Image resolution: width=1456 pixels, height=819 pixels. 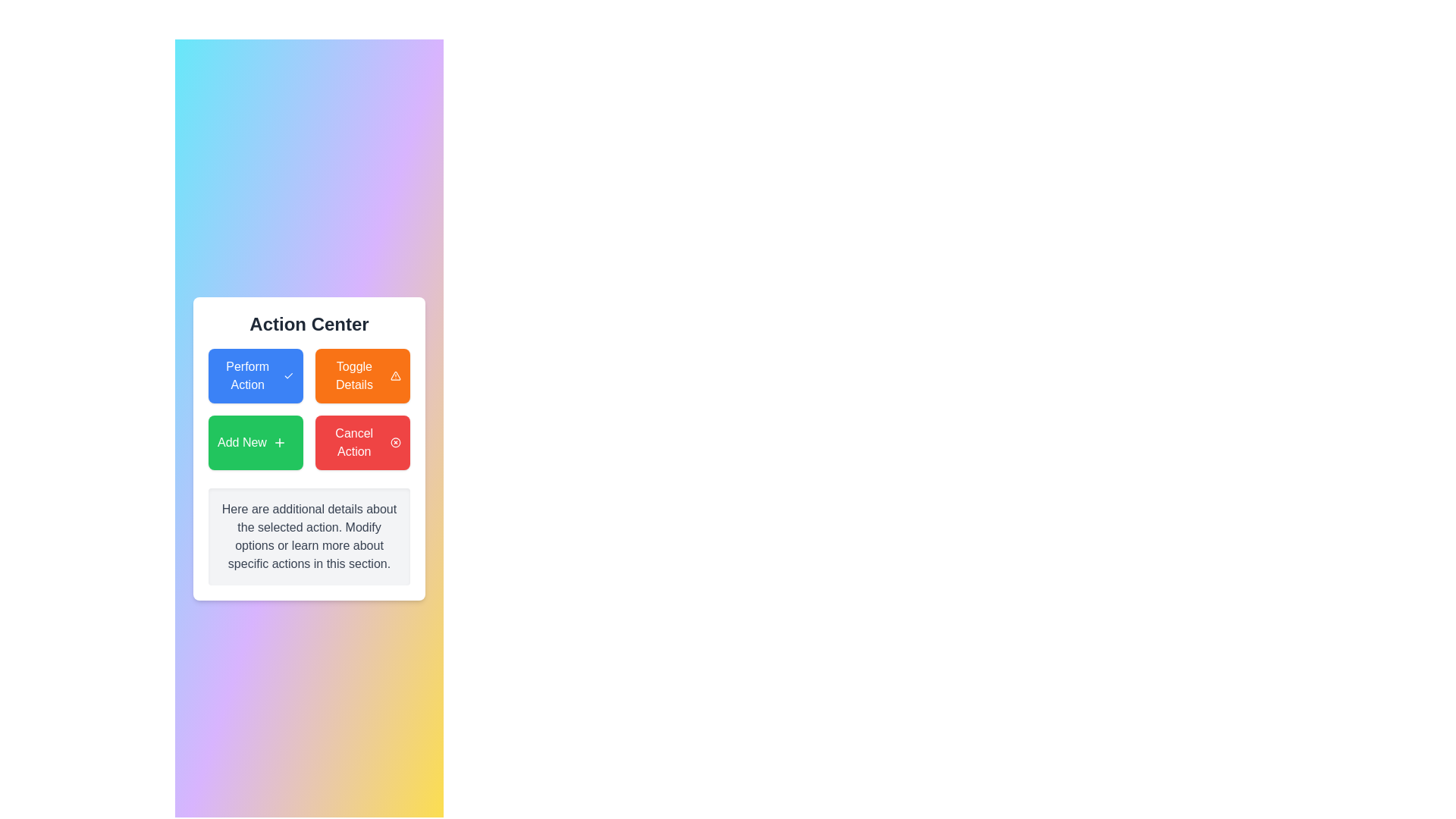 What do you see at coordinates (362, 375) in the screenshot?
I see `the 'Toggle Details' button, which is a vibrant orange button with white text and an alert triangle icon, located in the top-right cell of the 'Action Center' grid` at bounding box center [362, 375].